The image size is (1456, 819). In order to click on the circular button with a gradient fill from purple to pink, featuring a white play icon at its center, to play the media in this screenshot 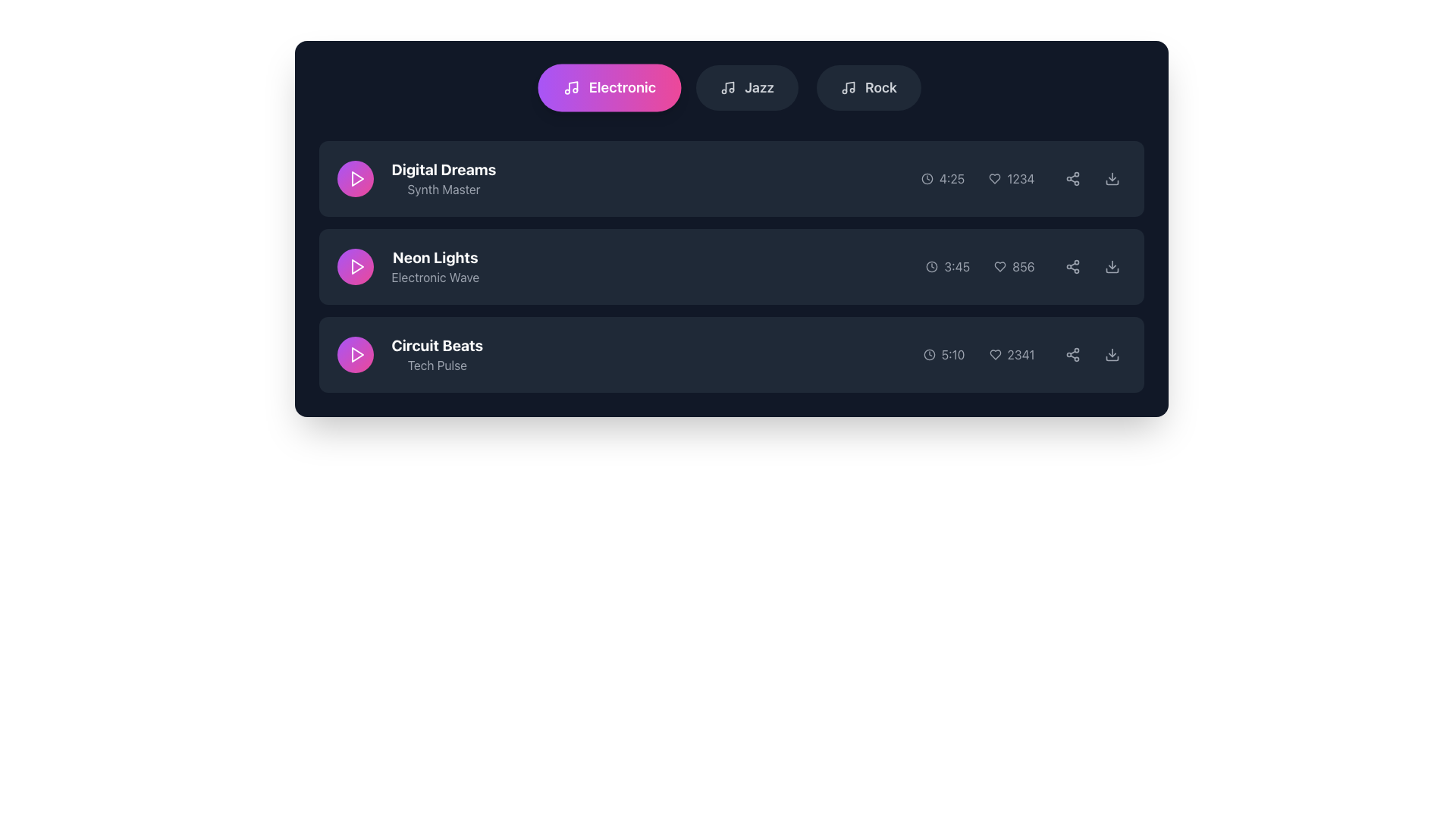, I will do `click(354, 354)`.